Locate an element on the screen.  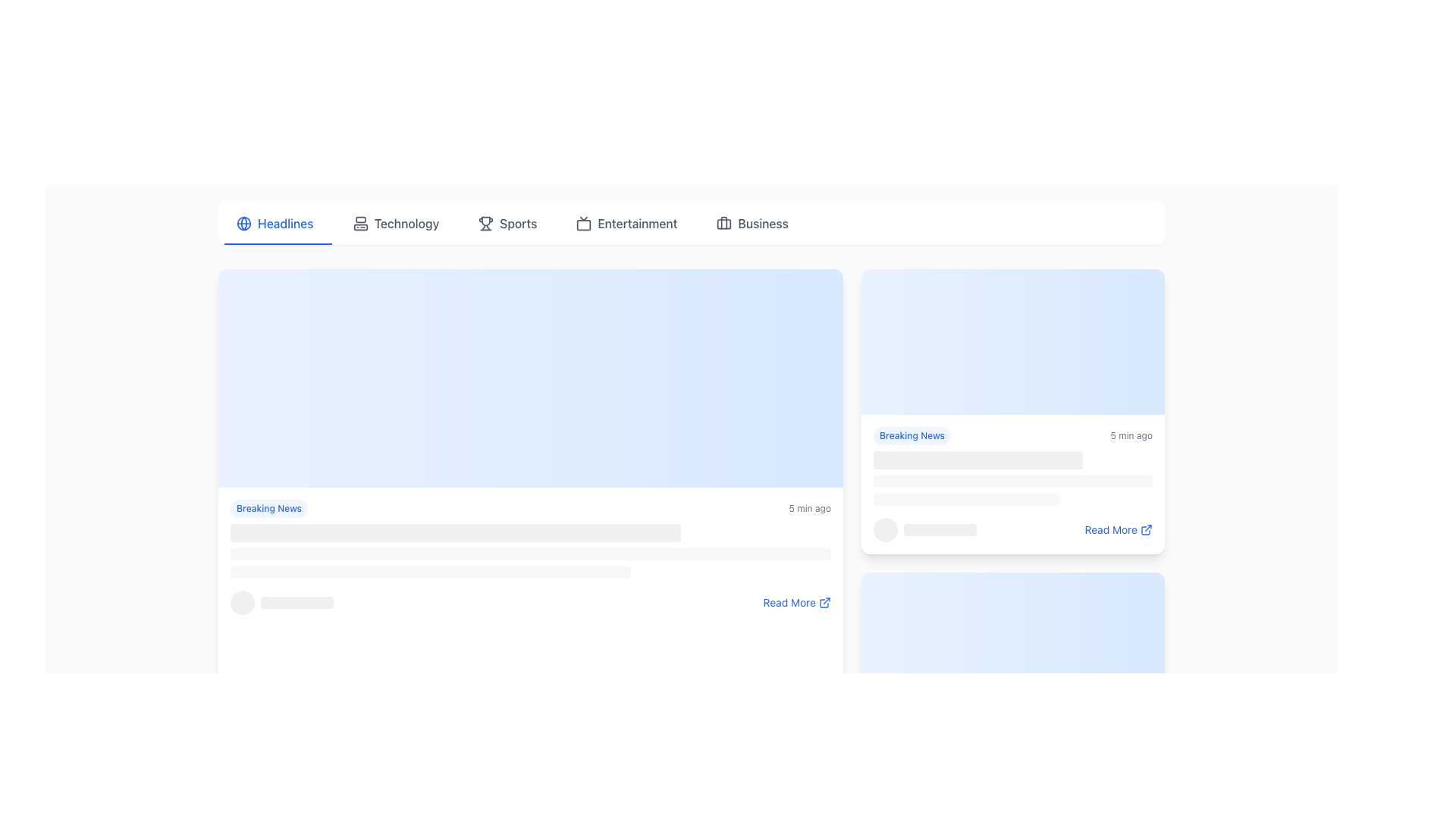
the 'Entertainment' navigation button located in the horizontal navigation bar at the top of the interface is located at coordinates (626, 223).